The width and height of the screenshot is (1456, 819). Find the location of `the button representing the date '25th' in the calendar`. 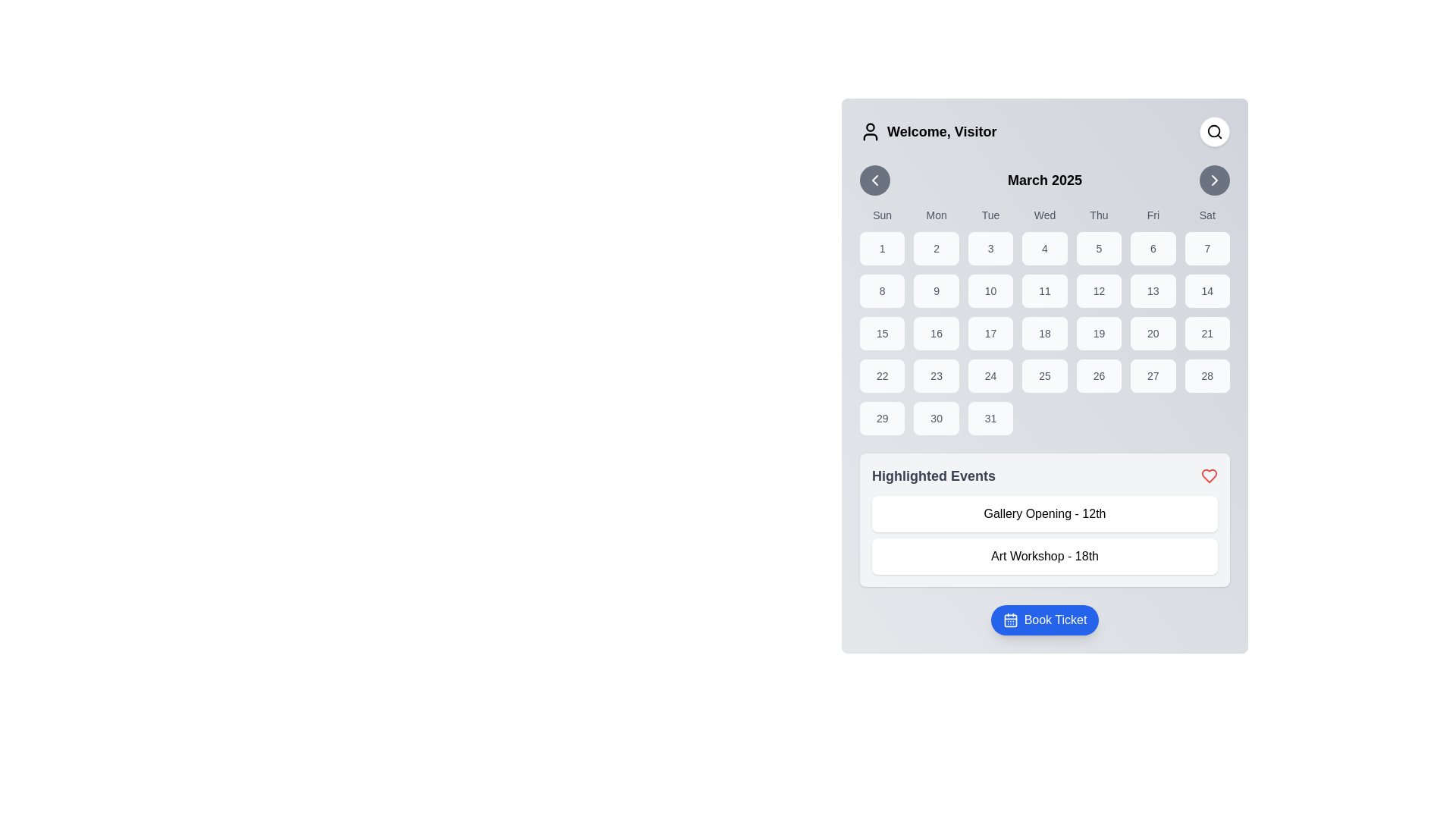

the button representing the date '25th' in the calendar is located at coordinates (1043, 375).